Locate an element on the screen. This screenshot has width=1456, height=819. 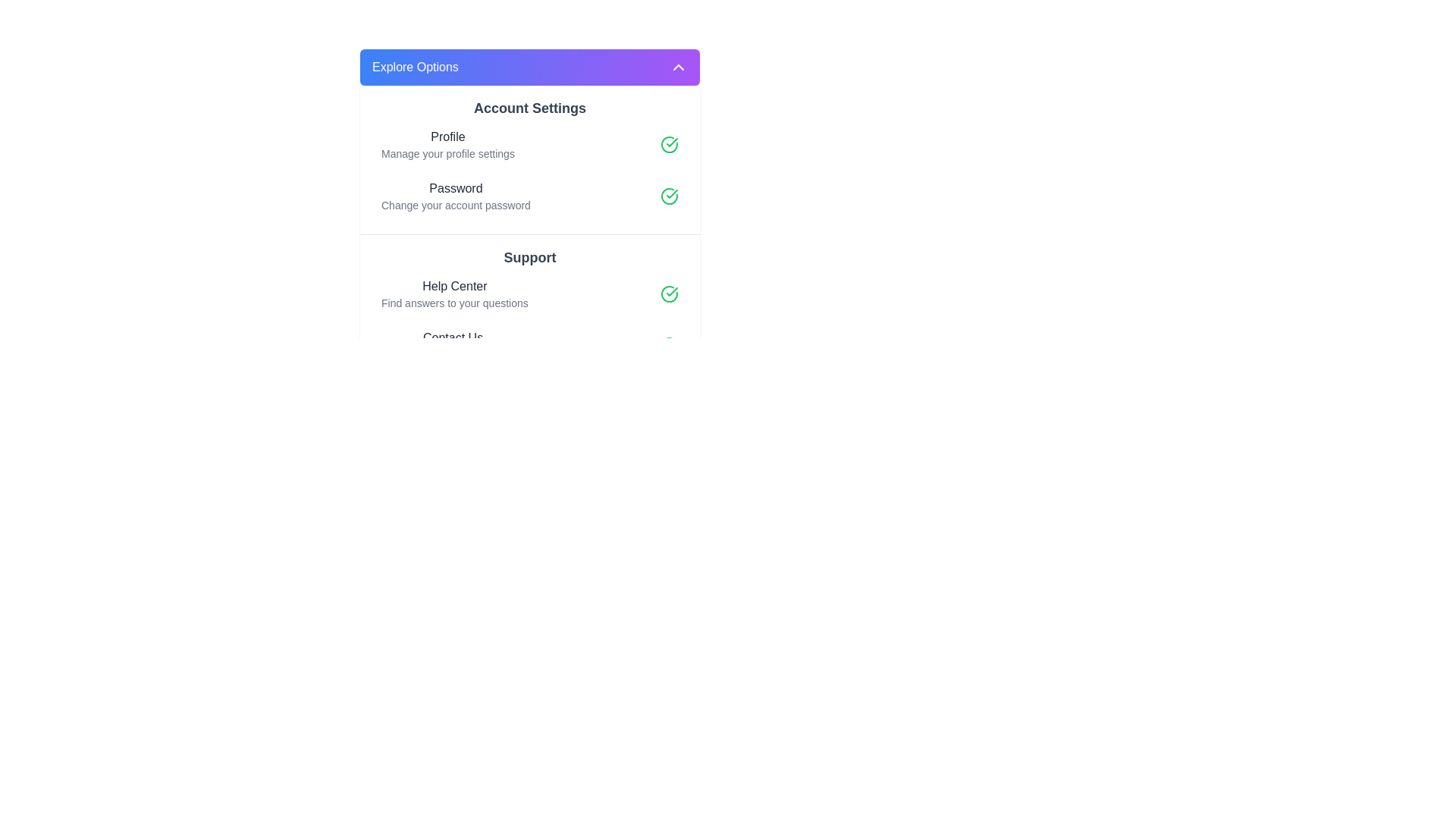
the 'Help Center' and 'Contact Us' options within the 'Support' section is located at coordinates (530, 318).